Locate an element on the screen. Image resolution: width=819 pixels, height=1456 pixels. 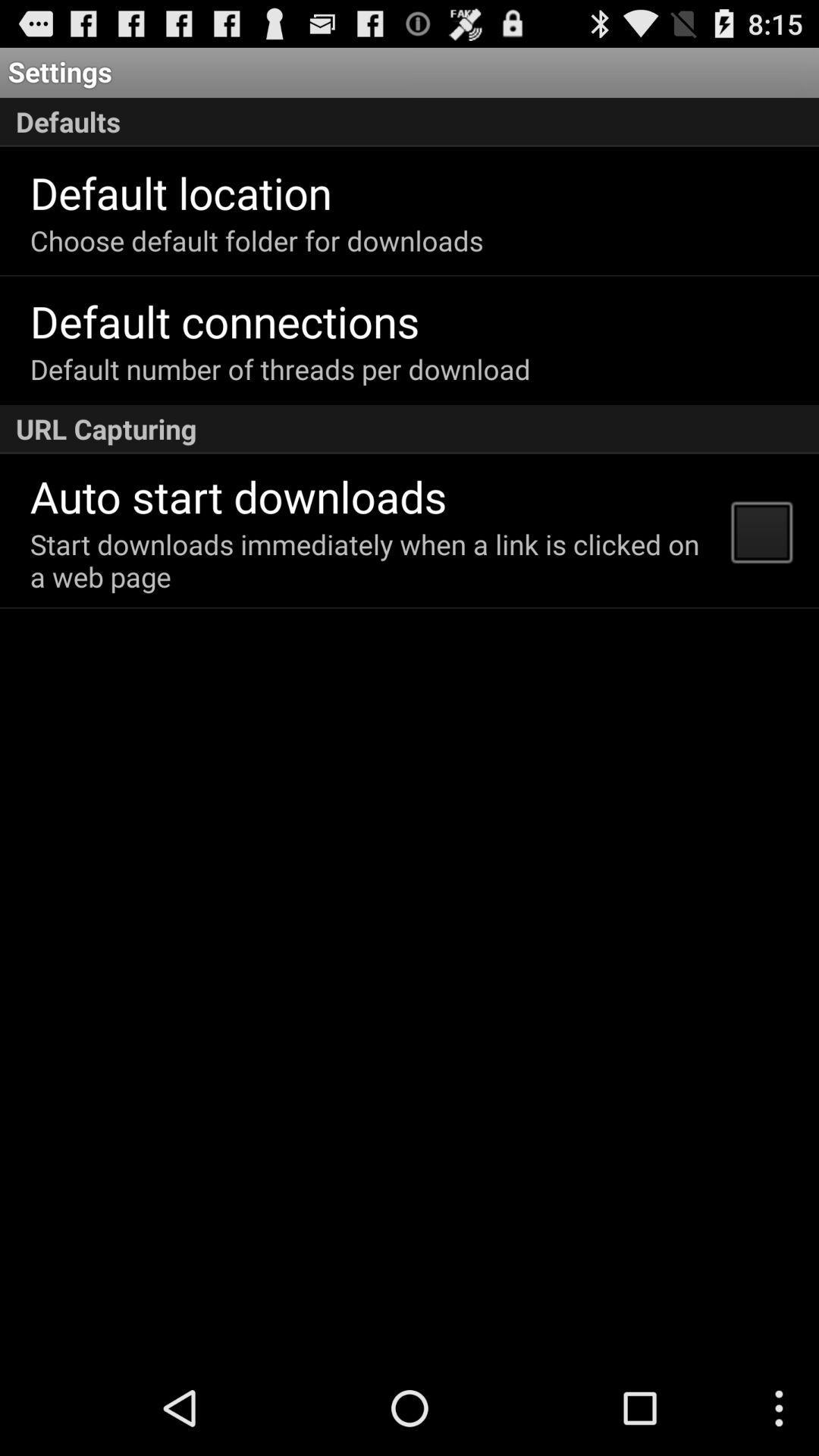
the defaults is located at coordinates (409, 122).